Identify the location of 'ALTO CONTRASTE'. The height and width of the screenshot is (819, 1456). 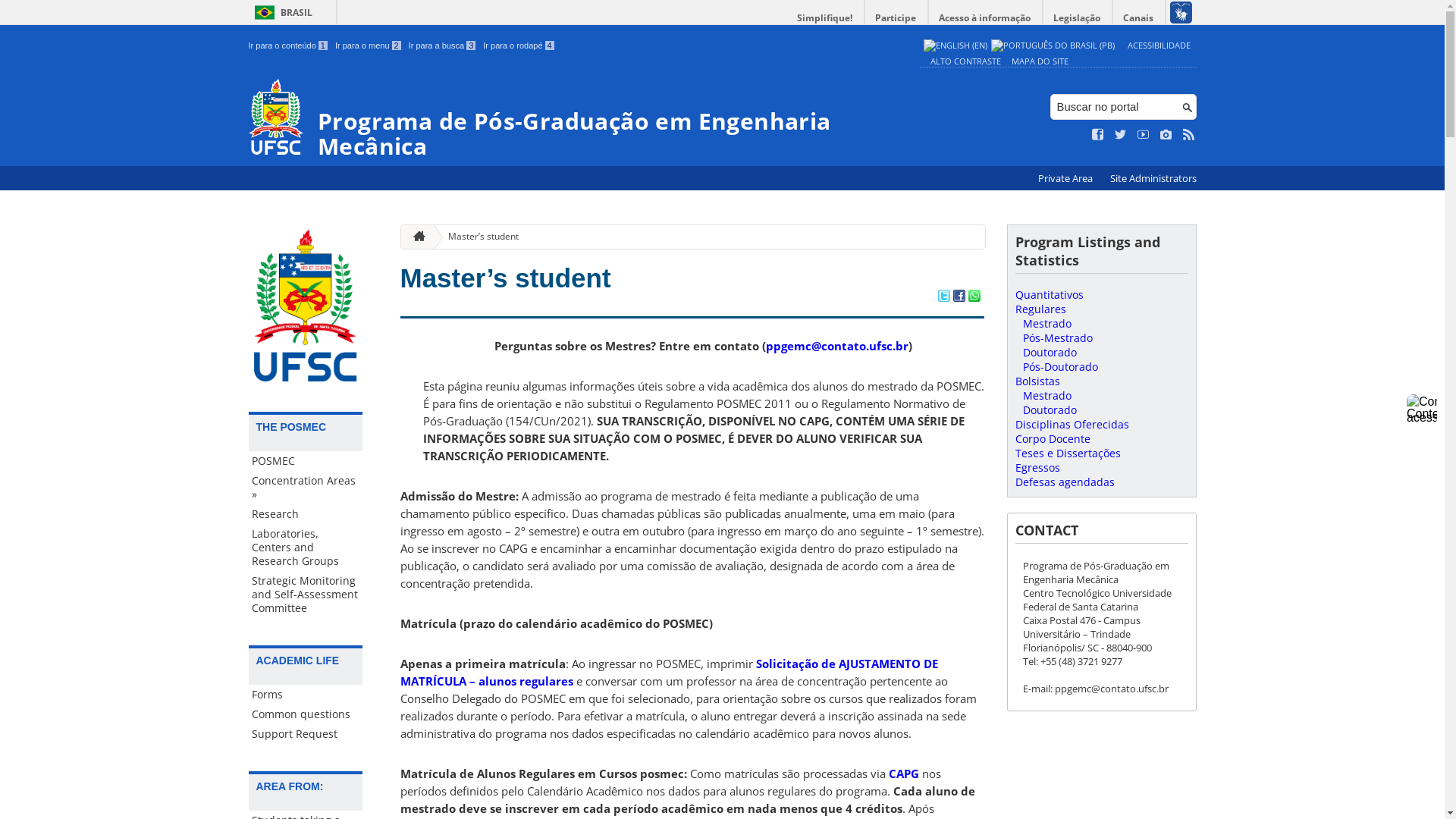
(964, 60).